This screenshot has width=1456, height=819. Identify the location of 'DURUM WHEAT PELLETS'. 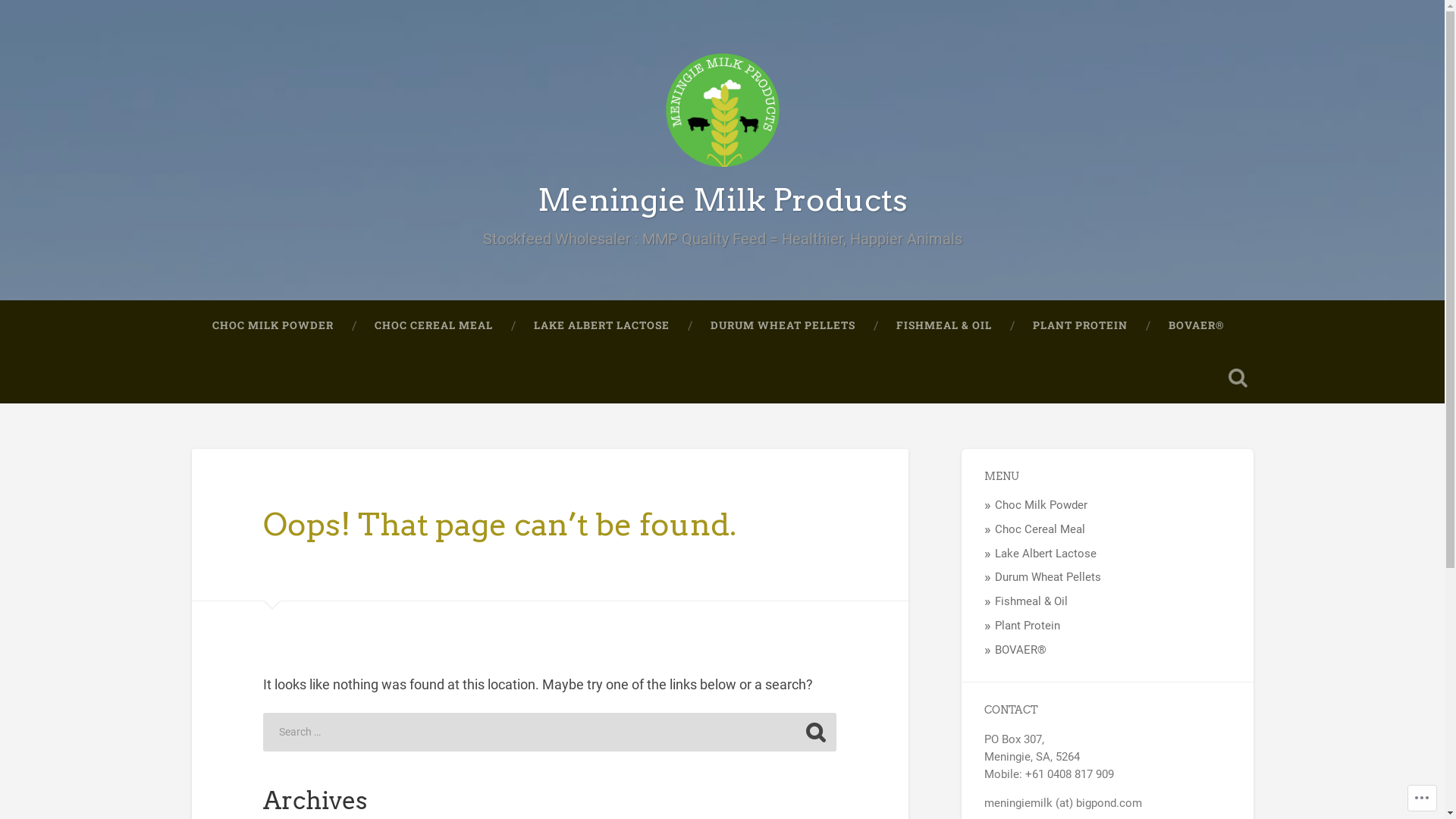
(783, 325).